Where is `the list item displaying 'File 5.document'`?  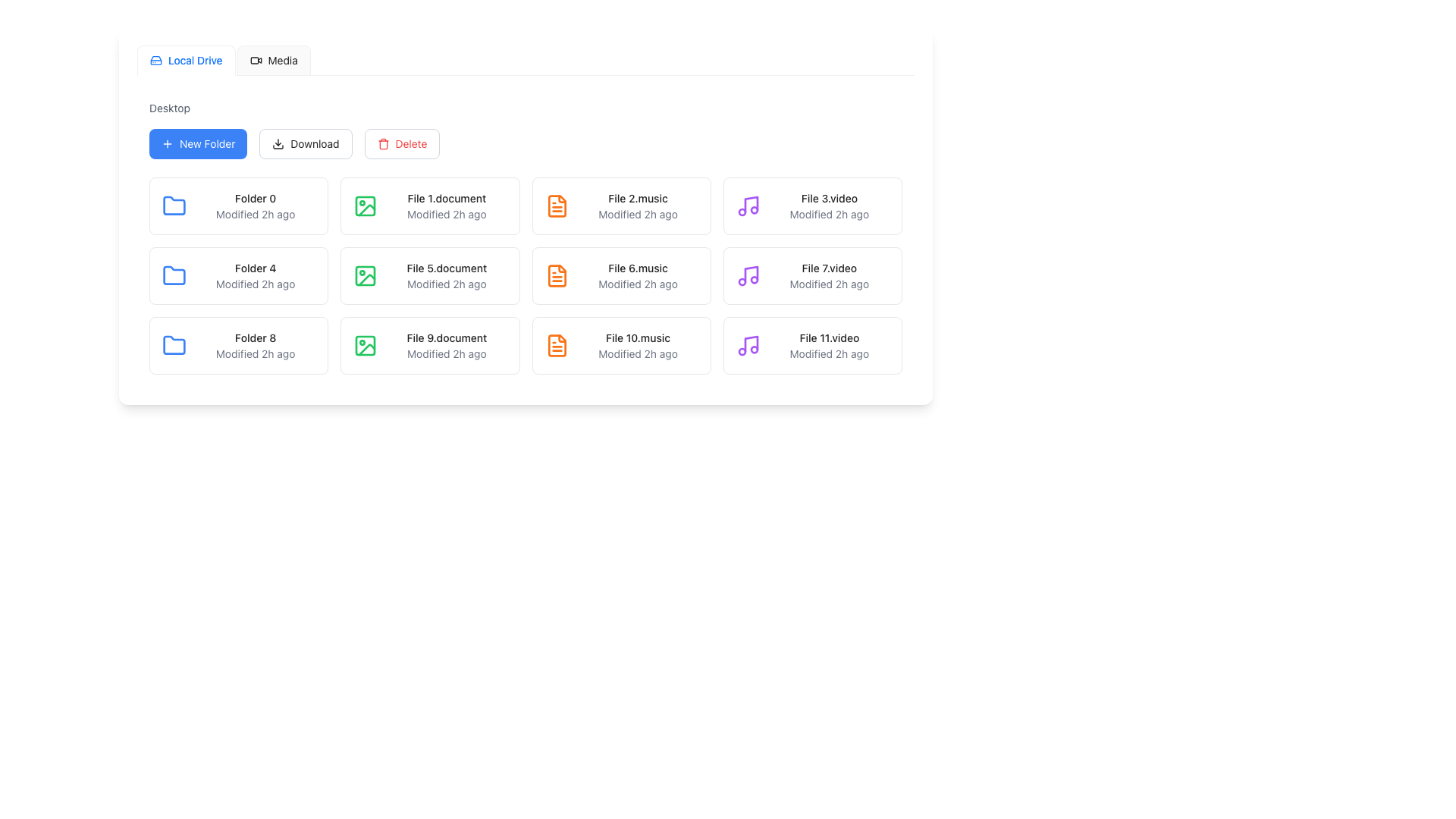 the list item displaying 'File 5.document' is located at coordinates (429, 275).